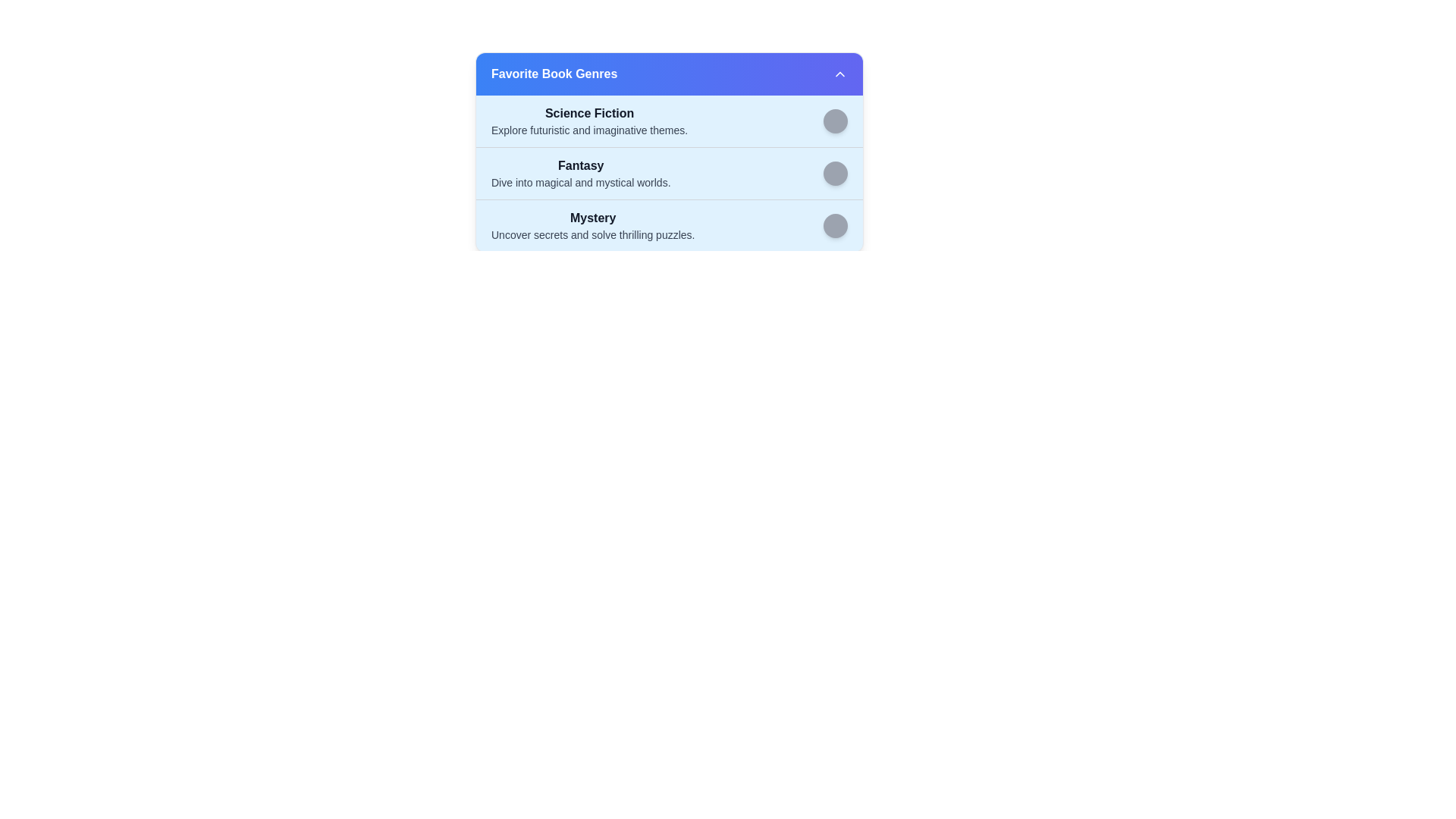 Image resolution: width=1456 pixels, height=819 pixels. I want to click on the interactive button used, so click(835, 172).